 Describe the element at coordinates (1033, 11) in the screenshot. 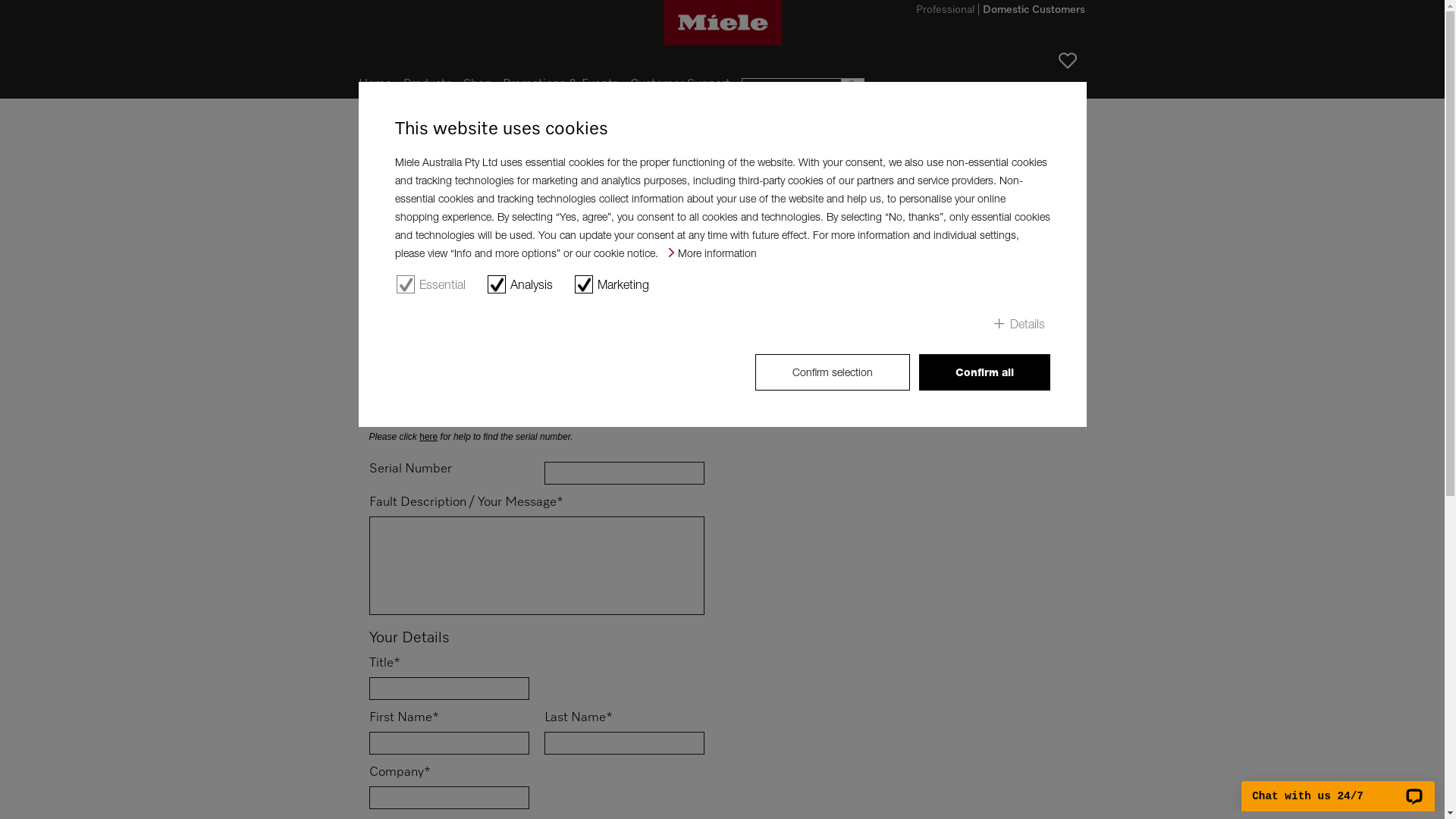

I see `'Domestic Customers'` at that location.